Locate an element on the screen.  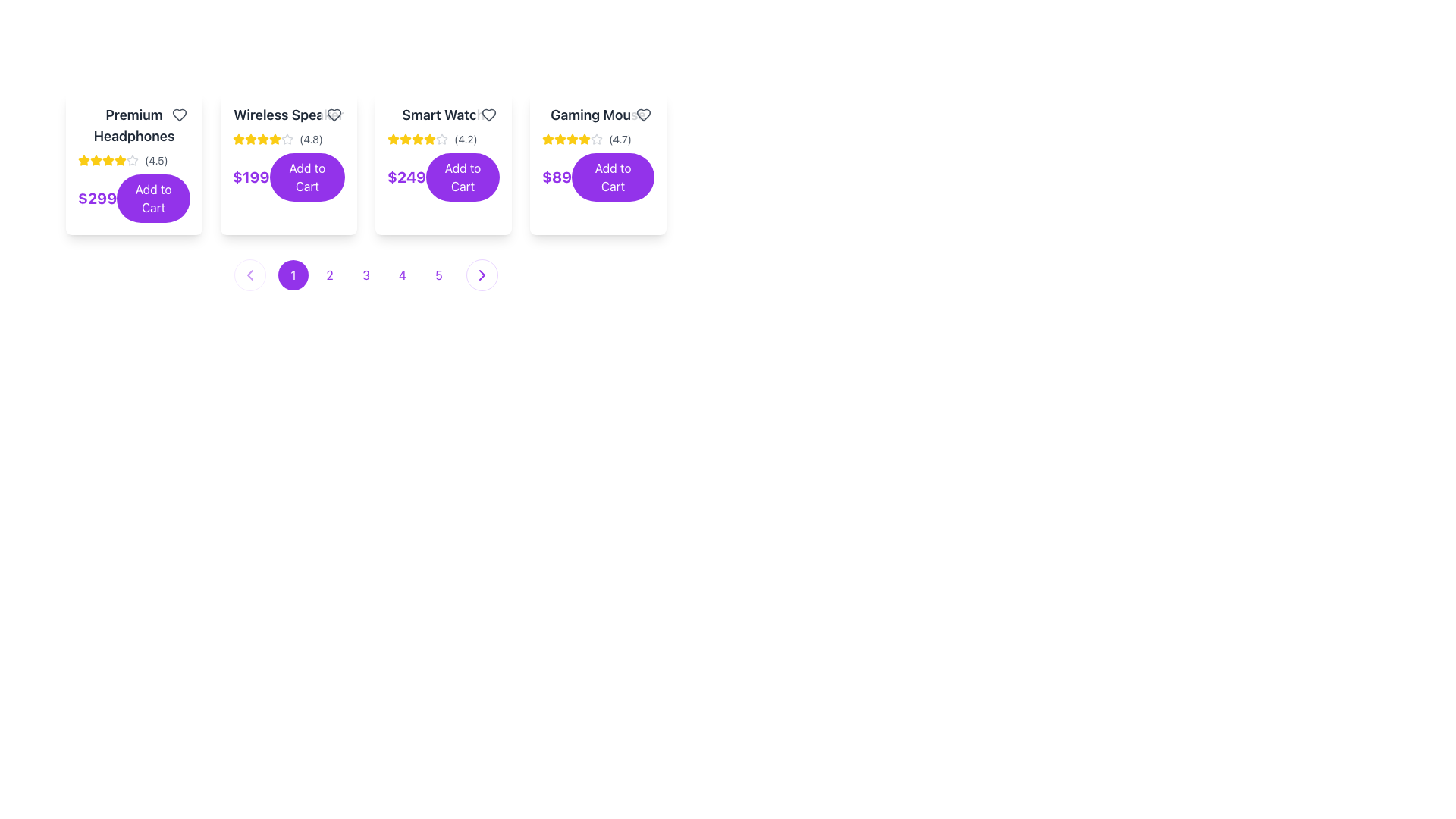
the fifth unselected rating star icon for 'Premium Headphones', which visually indicates a lower or incomplete rating is located at coordinates (132, 161).